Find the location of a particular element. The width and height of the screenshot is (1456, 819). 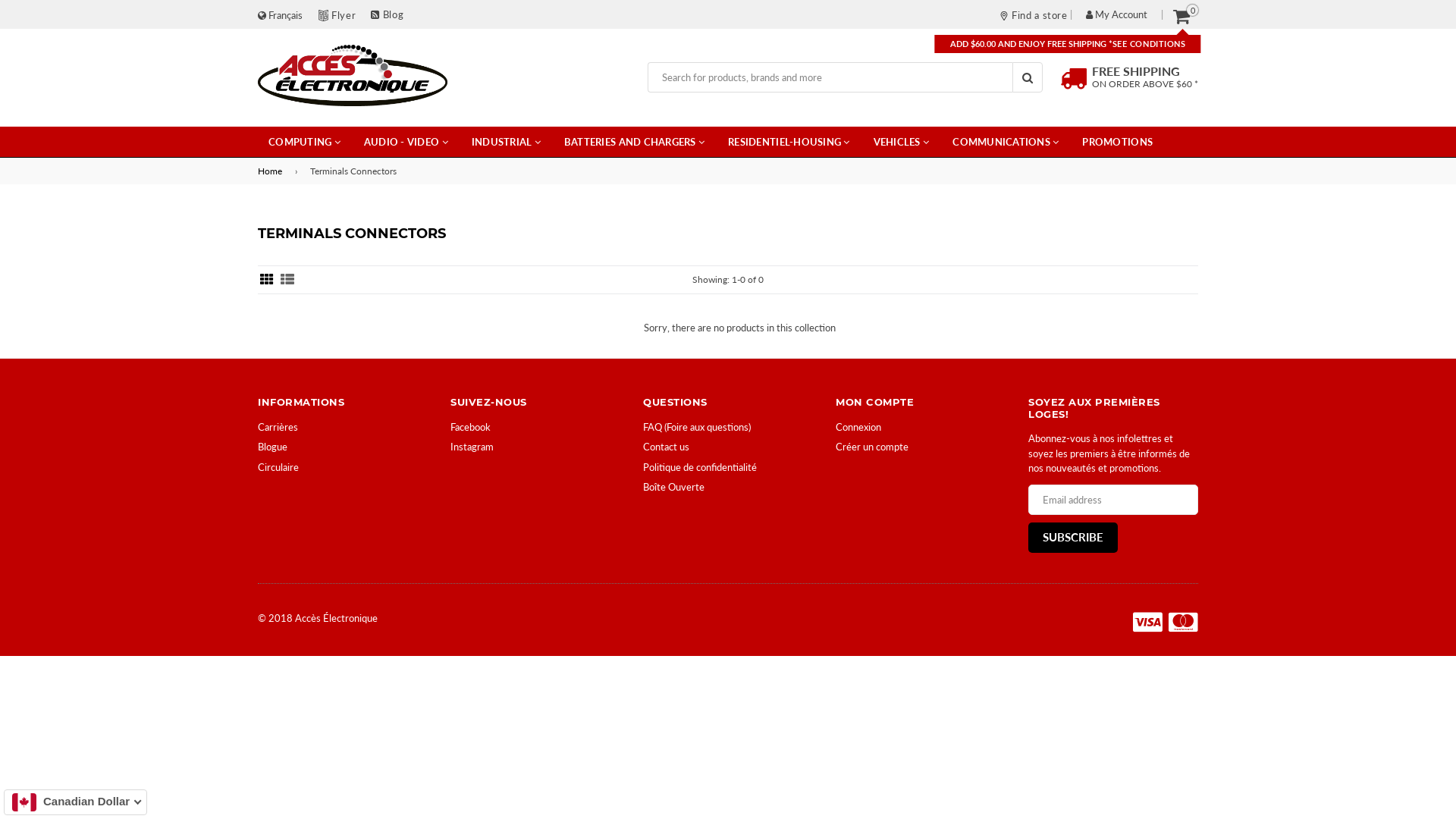

'PROMOTIONS' is located at coordinates (1117, 141).